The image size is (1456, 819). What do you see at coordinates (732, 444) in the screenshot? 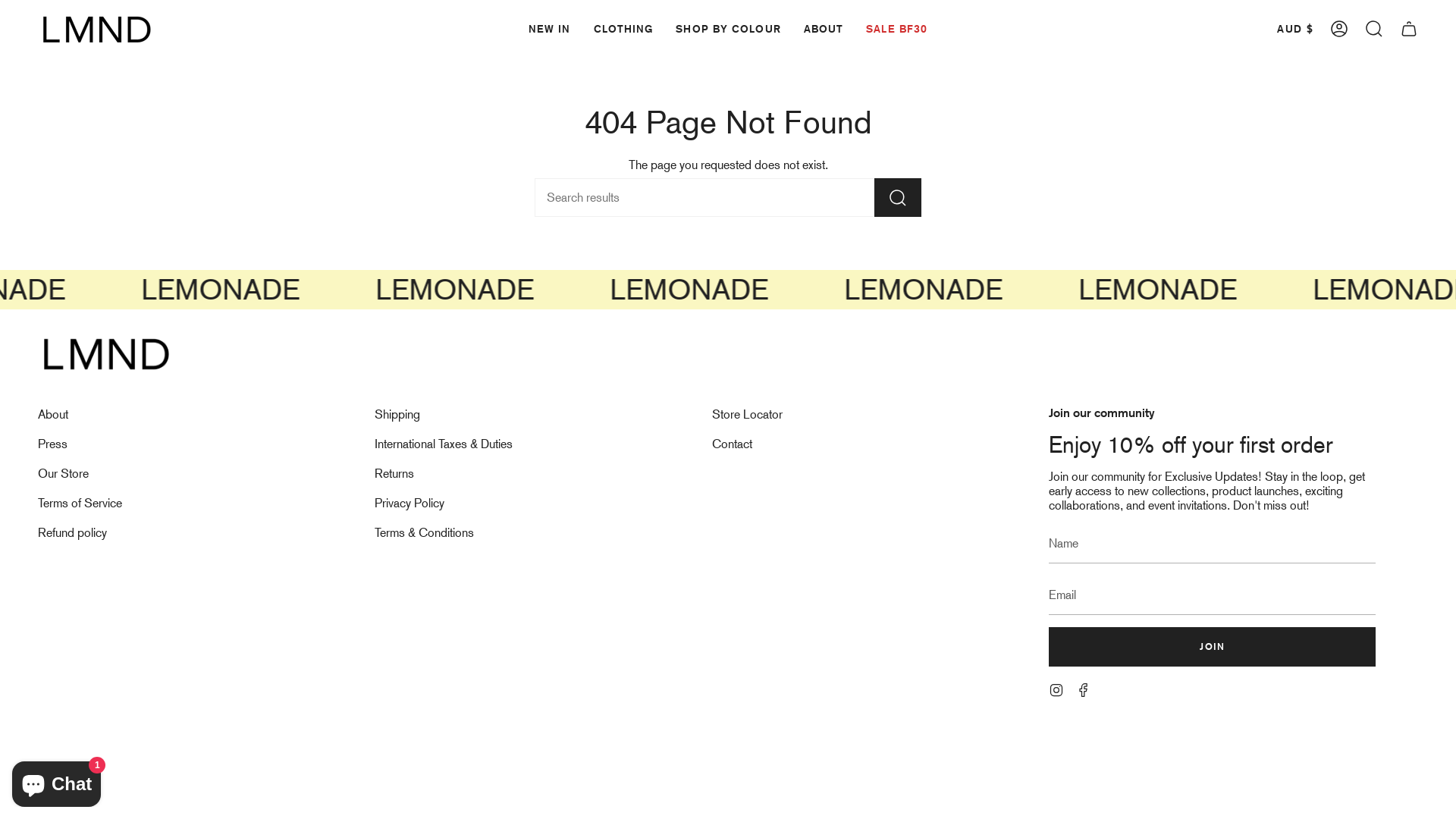
I see `'Contact'` at bounding box center [732, 444].